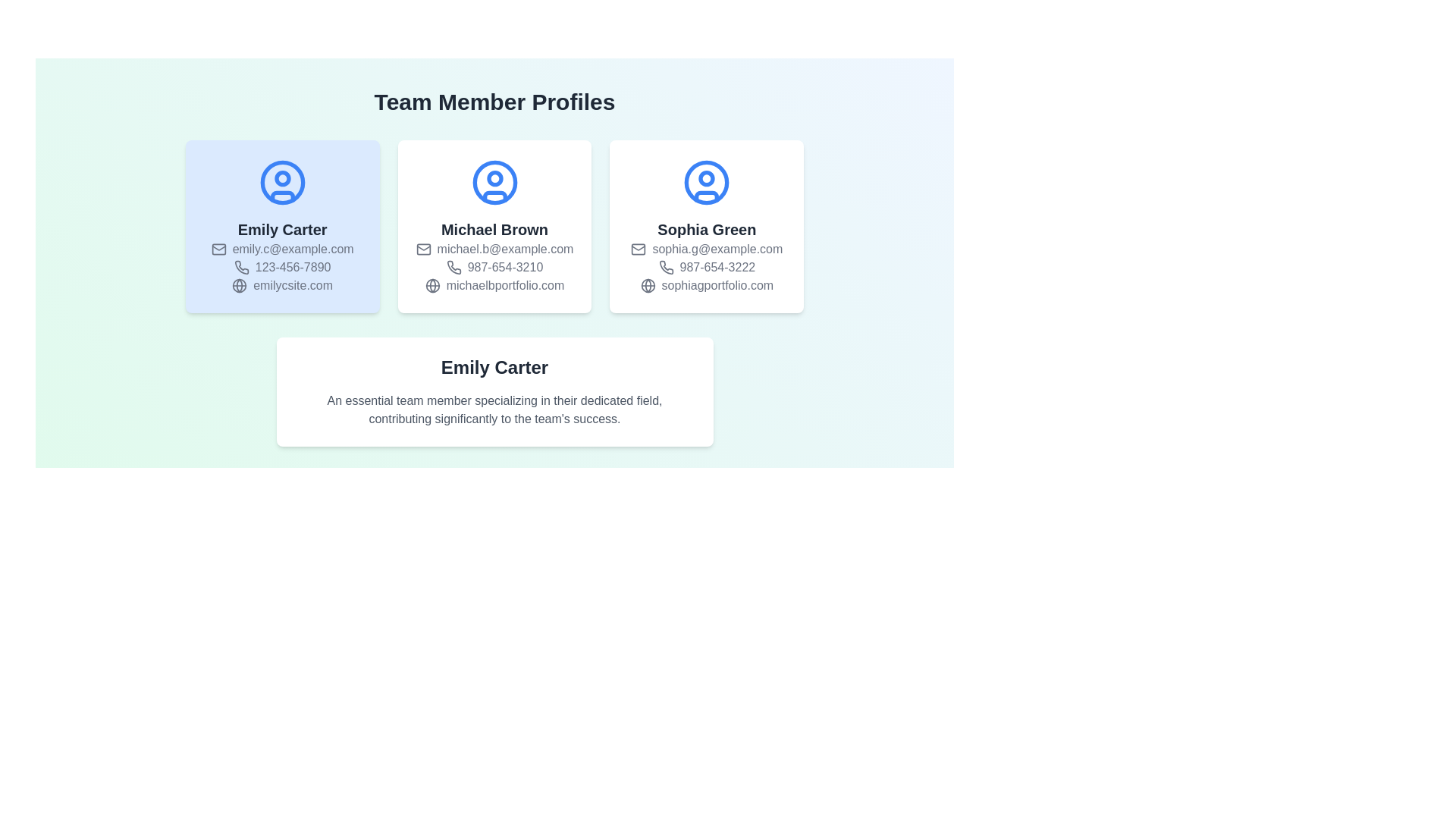  I want to click on SVG Circle element with a blue border located within the user avatar icon for Emily Carter in the top-center of the leftmost card, so click(282, 181).